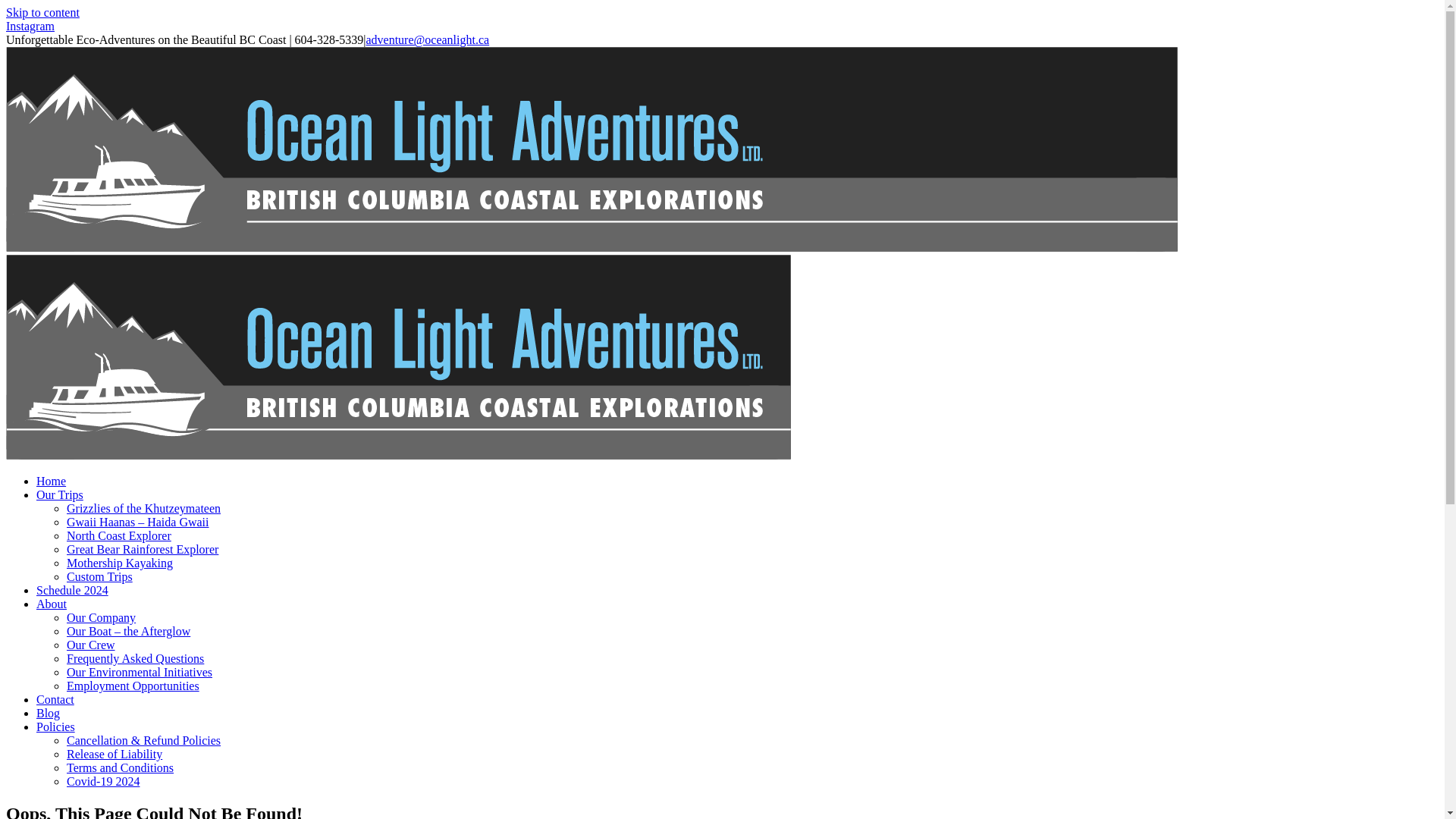  I want to click on 'Schedule 2024', so click(71, 589).